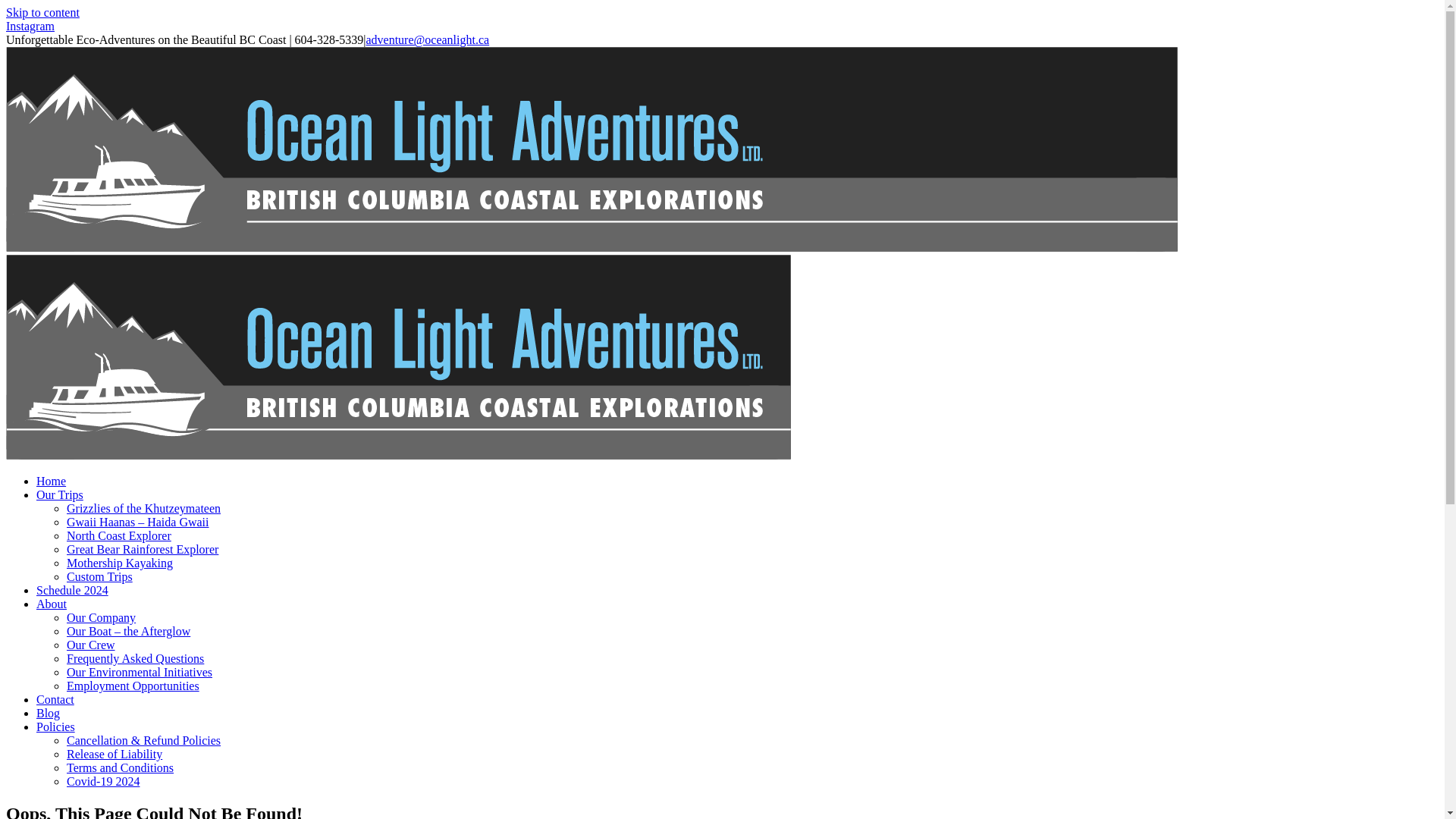  I want to click on 'Schedule 2024', so click(71, 589).